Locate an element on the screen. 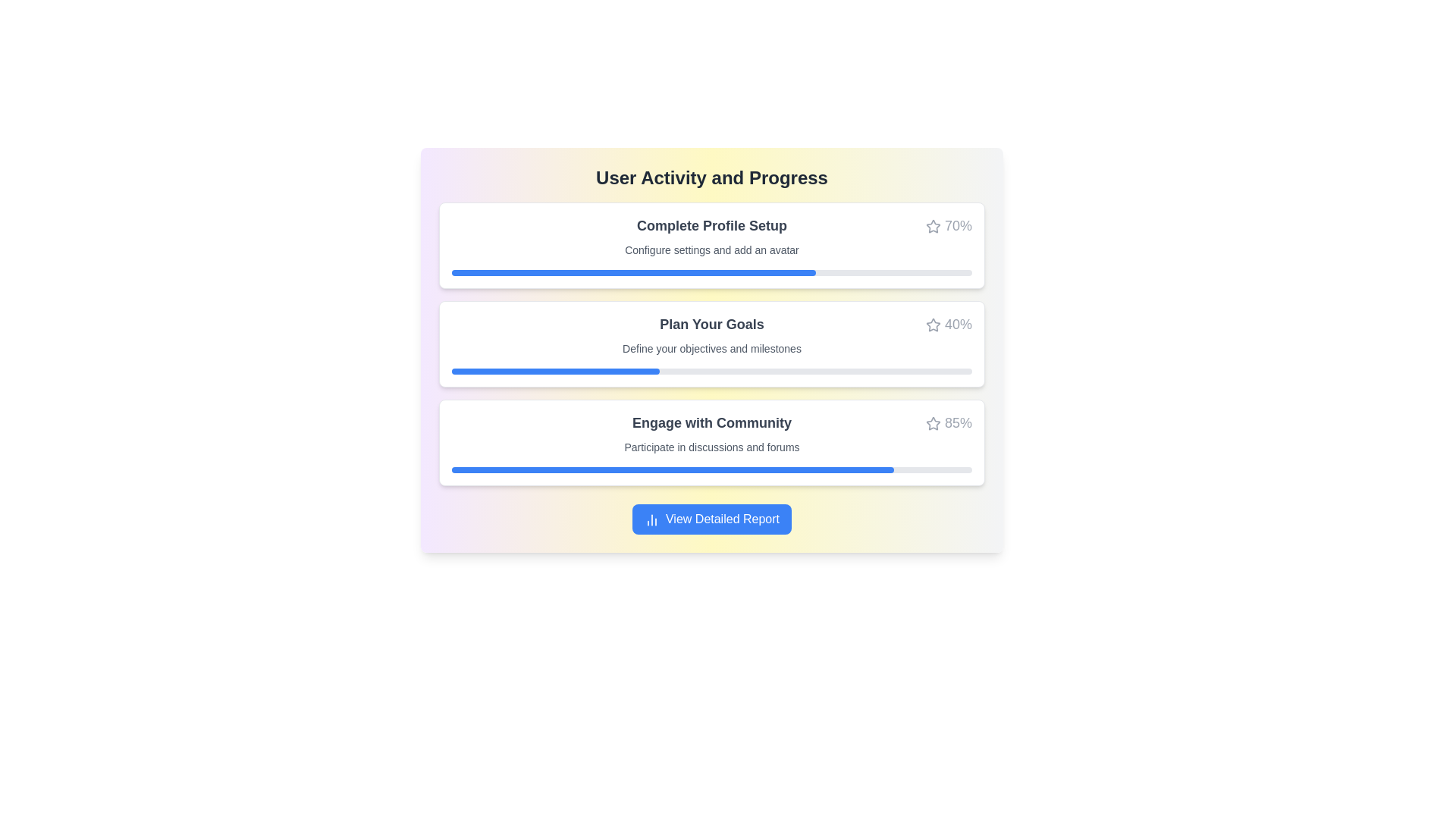 The height and width of the screenshot is (819, 1456). the progress information list located centrally in the interface, between the 'User Activity and Progress' title and the 'View Detailed Report' button is located at coordinates (711, 344).